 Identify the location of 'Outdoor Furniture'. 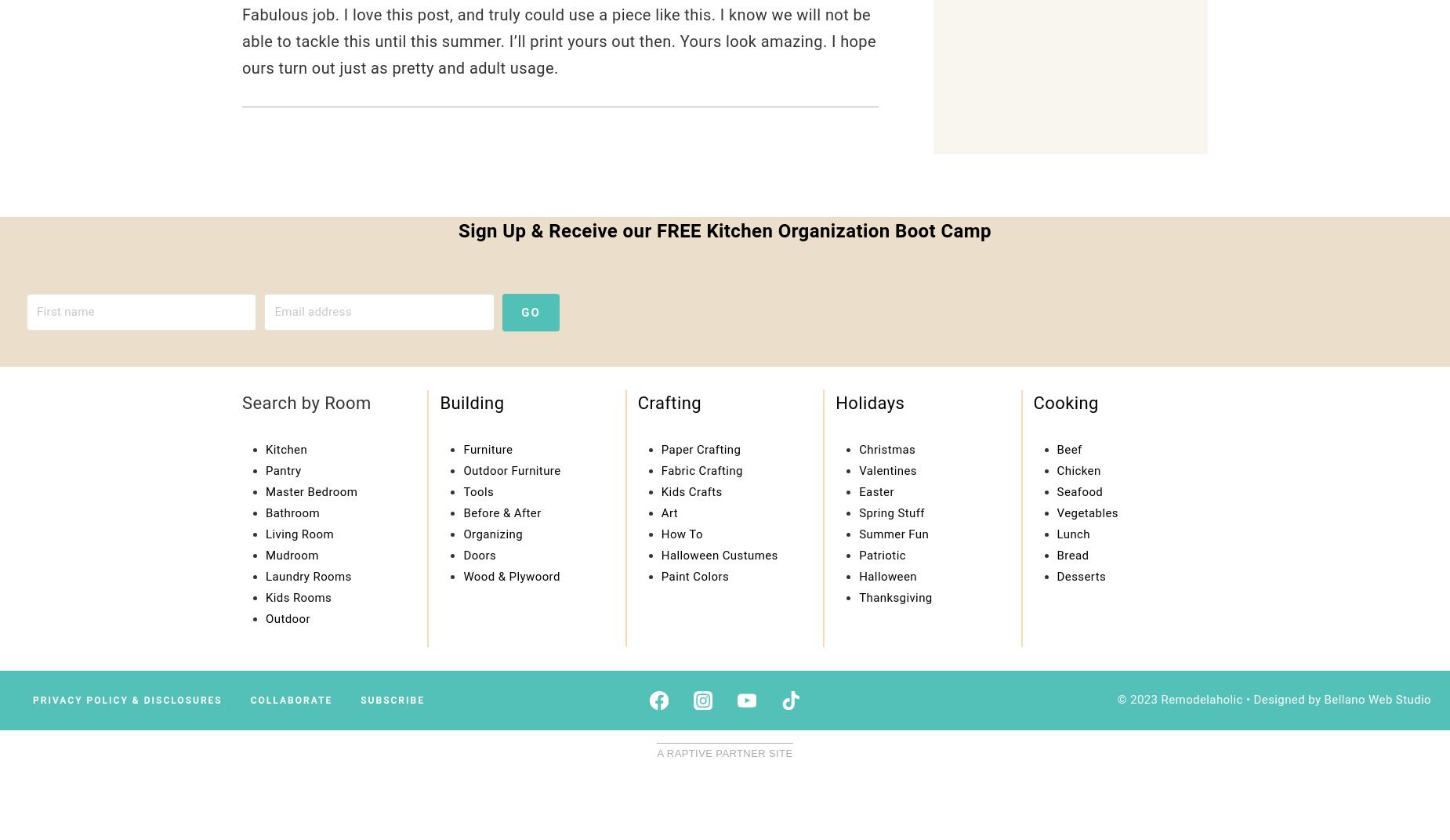
(512, 469).